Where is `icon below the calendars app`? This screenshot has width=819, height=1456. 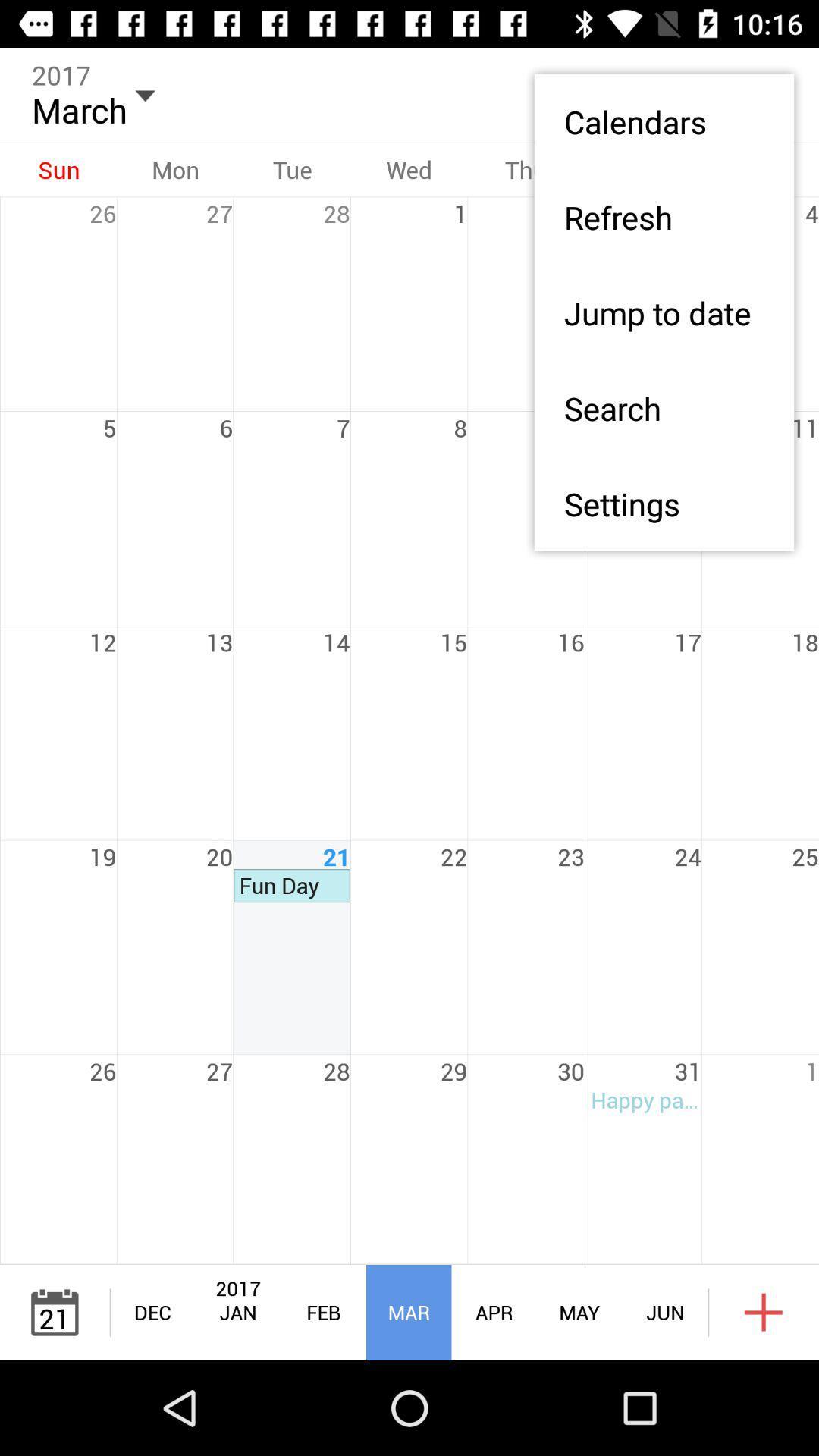 icon below the calendars app is located at coordinates (663, 216).